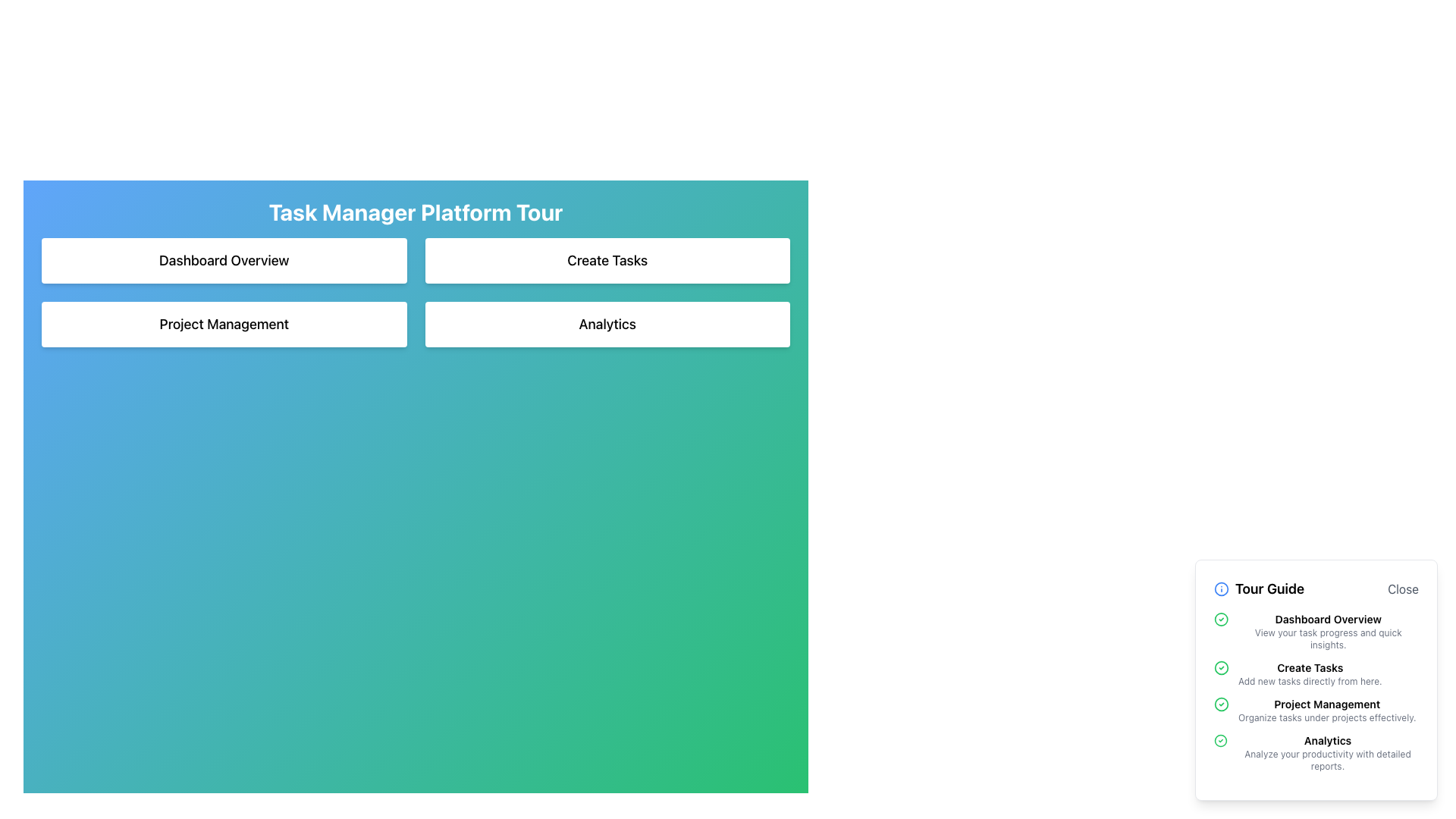 The height and width of the screenshot is (819, 1456). Describe the element at coordinates (1316, 711) in the screenshot. I see `the 'Project Management' list item in the 'Tour Guide' section, which is the third item in the vertical list, located between 'Create Tasks' and 'Analytics'` at that location.